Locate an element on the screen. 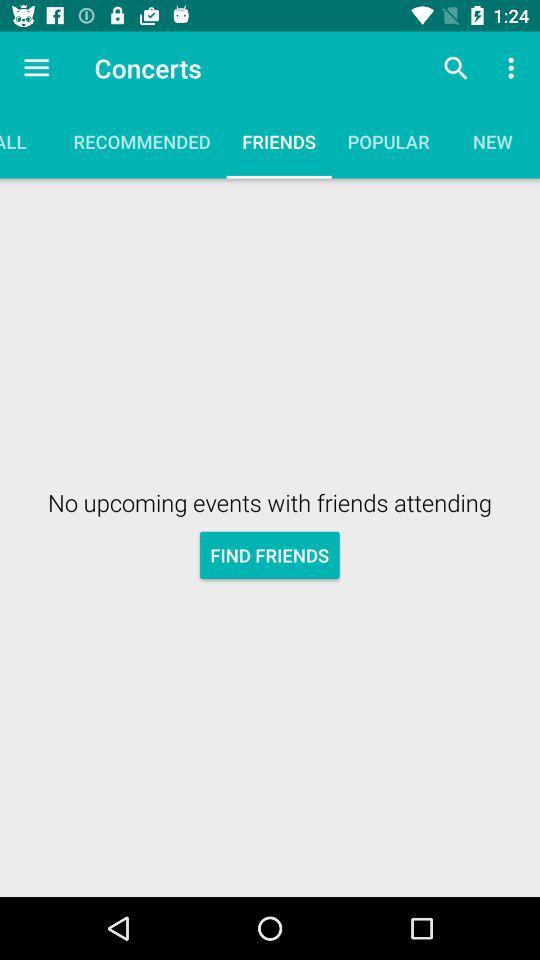 The width and height of the screenshot is (540, 960). the item to the right of concerts item is located at coordinates (455, 68).